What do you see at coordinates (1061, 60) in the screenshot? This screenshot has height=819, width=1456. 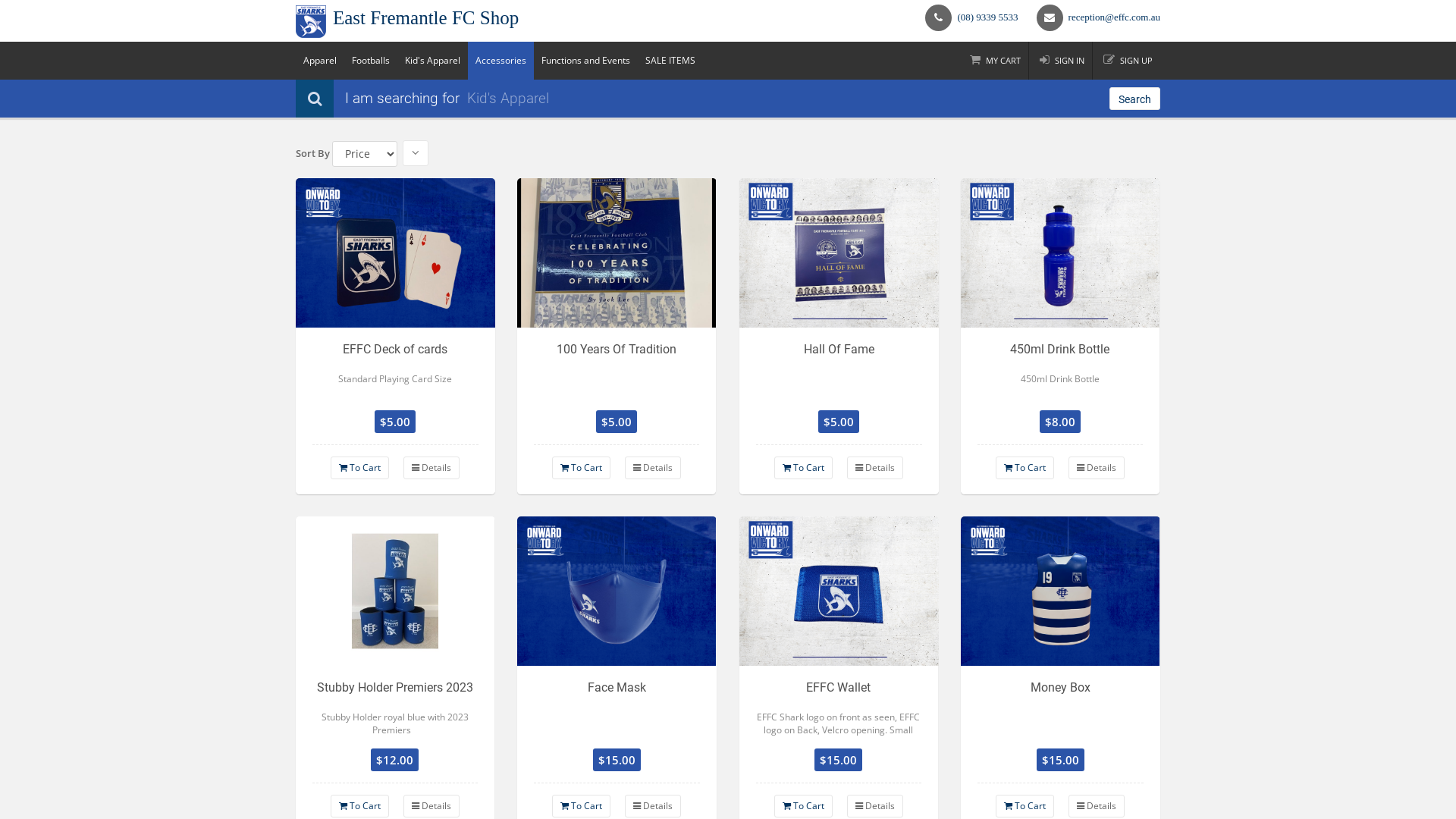 I see `'SIGN IN'` at bounding box center [1061, 60].